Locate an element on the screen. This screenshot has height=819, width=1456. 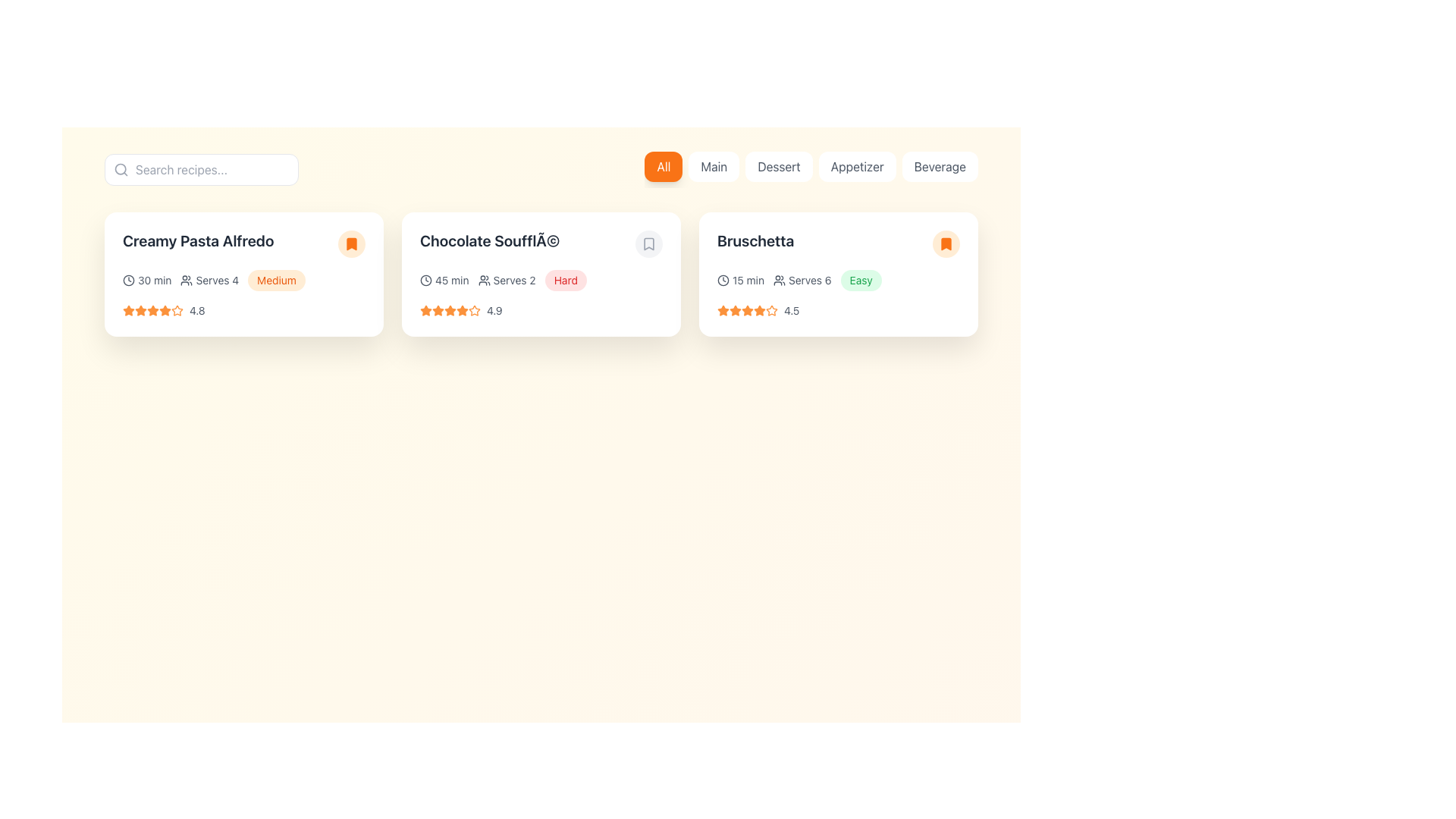
the orange bookmark icon shaped like a ribbon in the top right corner of the card titled 'Bruschetta' to bookmark or unbookmark the card is located at coordinates (946, 243).